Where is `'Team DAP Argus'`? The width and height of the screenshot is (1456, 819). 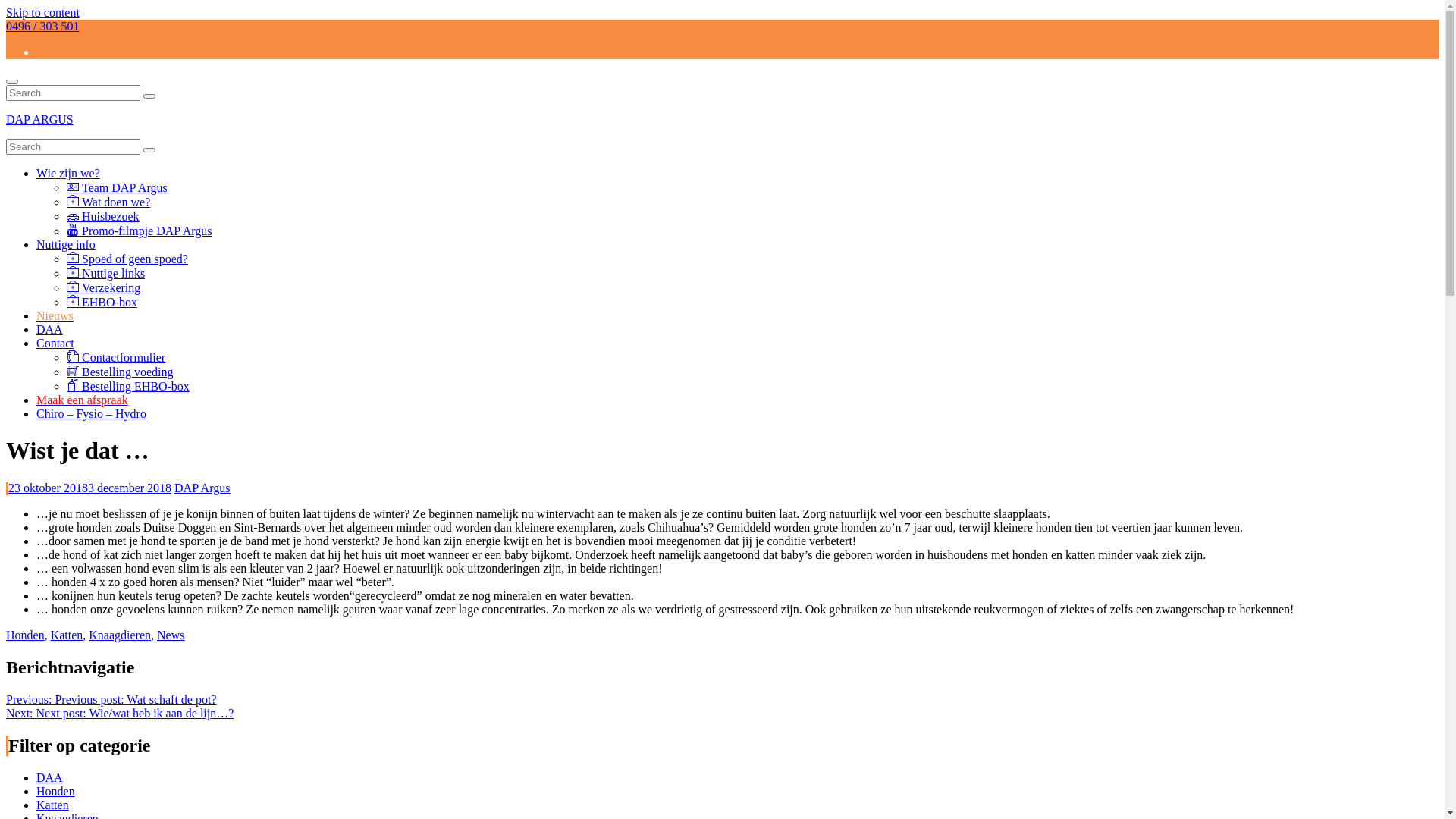
'Team DAP Argus' is located at coordinates (116, 187).